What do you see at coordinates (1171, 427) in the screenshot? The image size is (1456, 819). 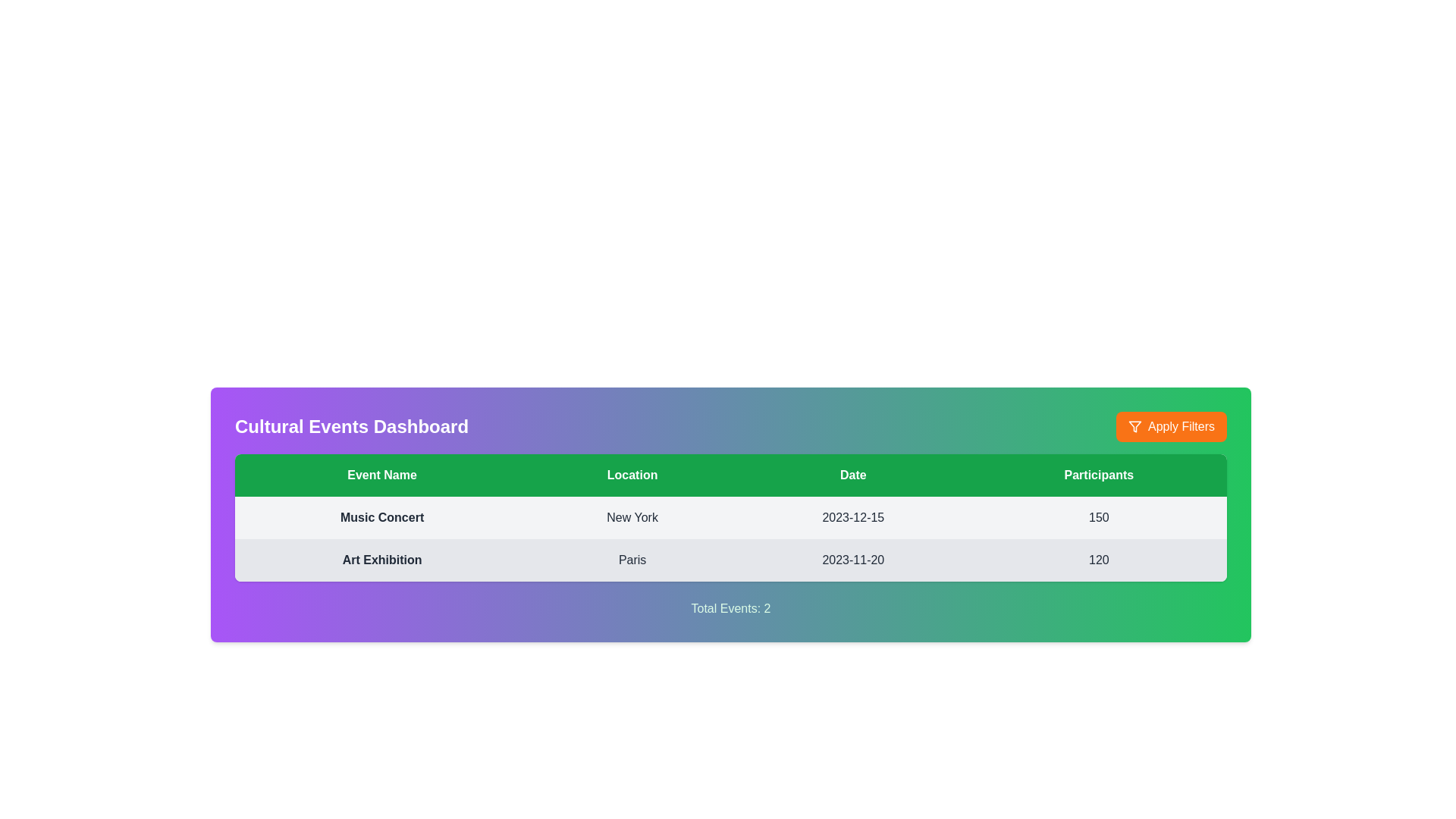 I see `'Apply Filters' button` at bounding box center [1171, 427].